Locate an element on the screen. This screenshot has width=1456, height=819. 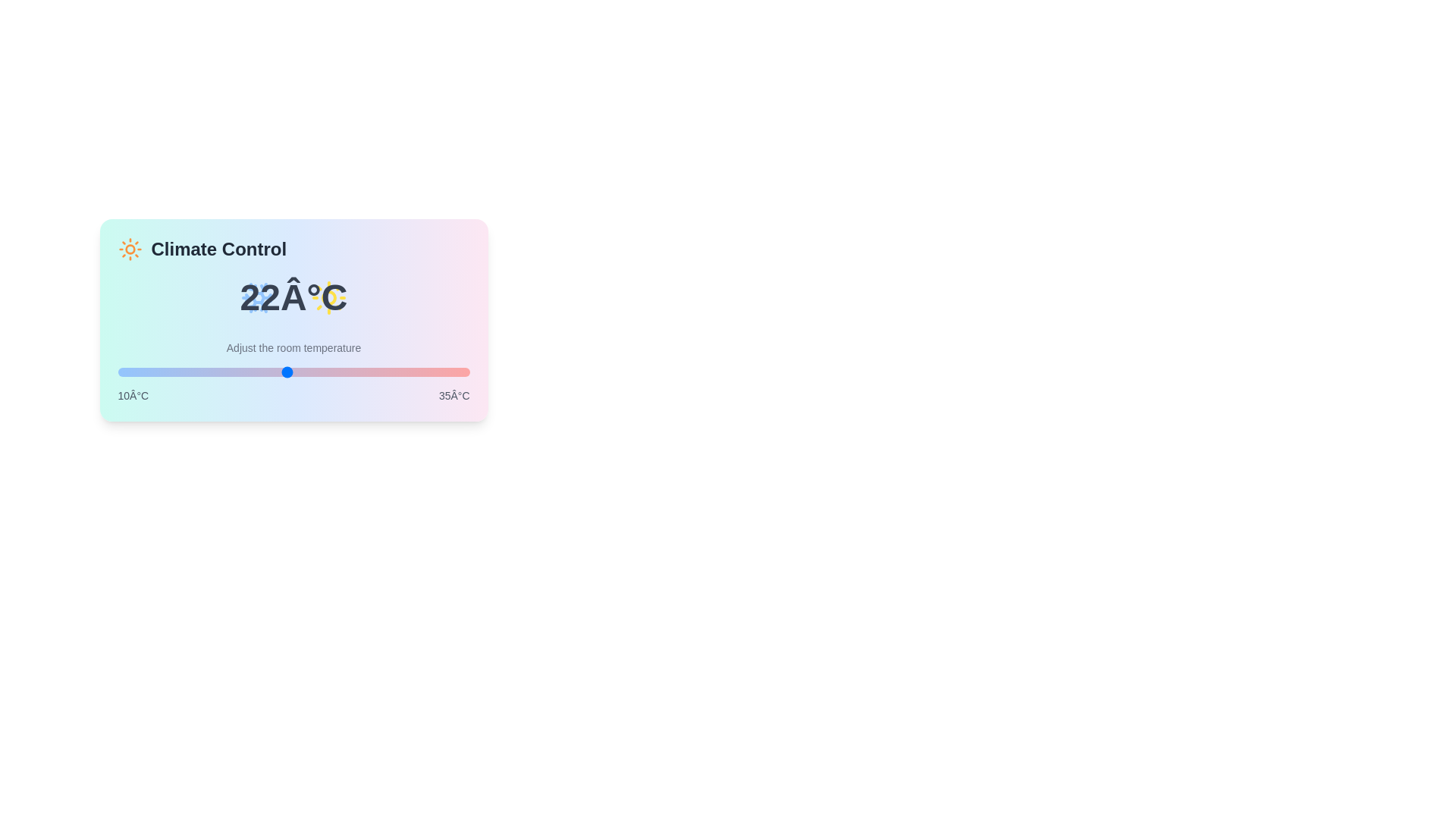
the temperature slider to 21 degrees Celsius is located at coordinates (272, 372).